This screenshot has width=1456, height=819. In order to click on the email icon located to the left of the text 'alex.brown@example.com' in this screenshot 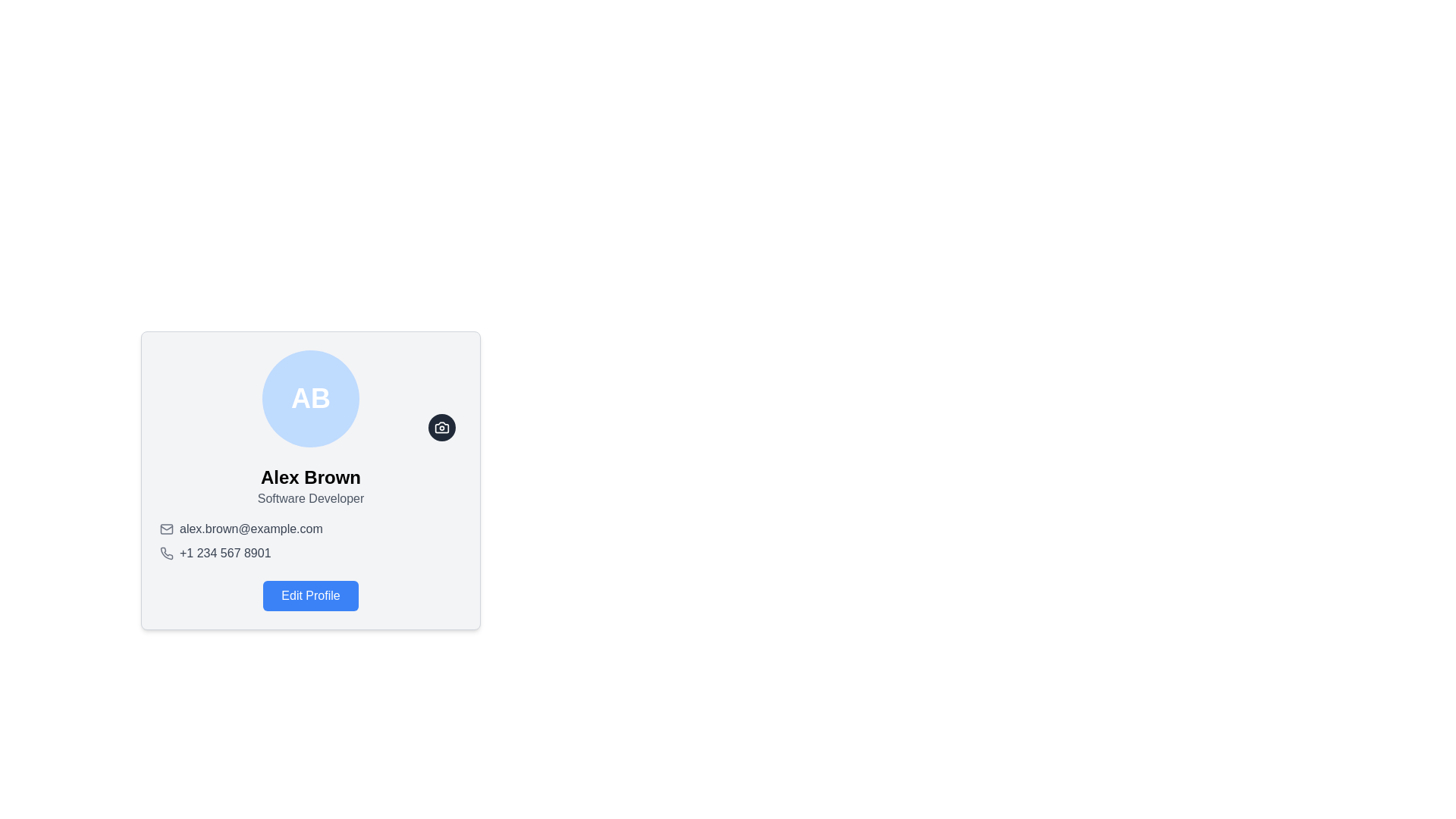, I will do `click(167, 529)`.